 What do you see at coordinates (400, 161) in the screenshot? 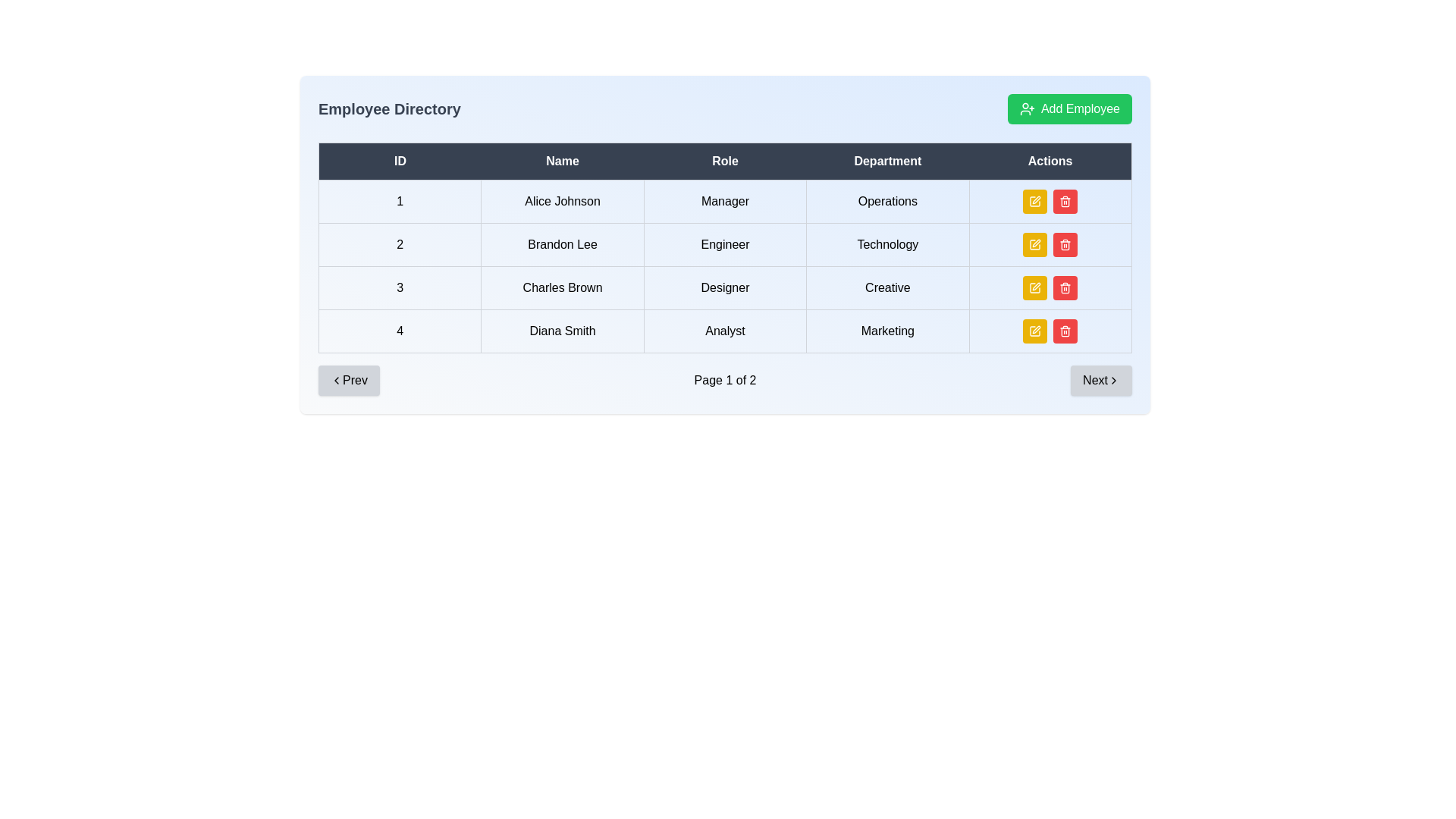
I see `the ID column header cell in the table, which is the first header in a row that includes 'Name,' 'Role,' 'Department,' and 'Actions.'` at bounding box center [400, 161].